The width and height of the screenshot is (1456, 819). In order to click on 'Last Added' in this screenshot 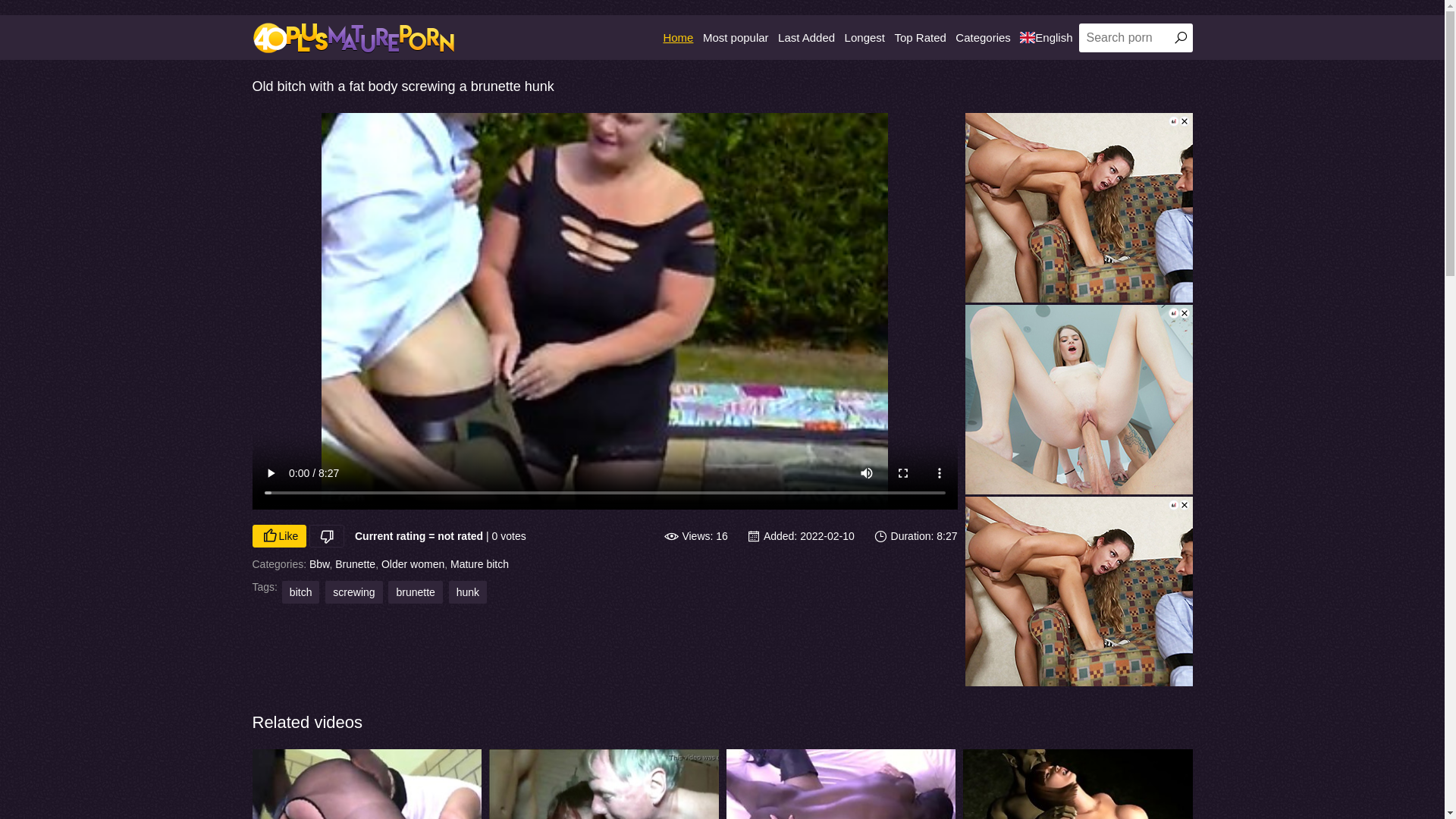, I will do `click(805, 37)`.